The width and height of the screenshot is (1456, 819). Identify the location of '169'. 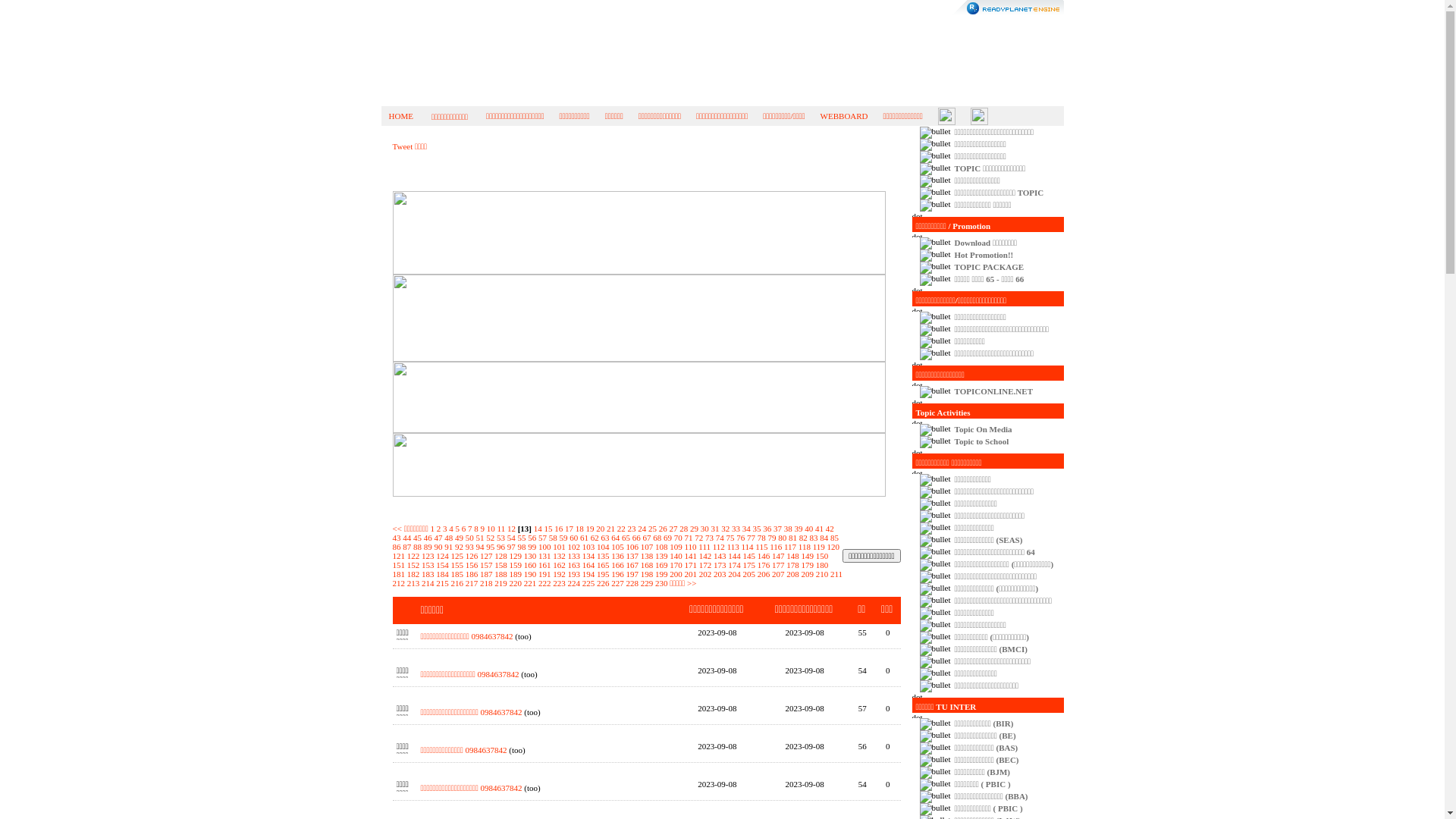
(661, 564).